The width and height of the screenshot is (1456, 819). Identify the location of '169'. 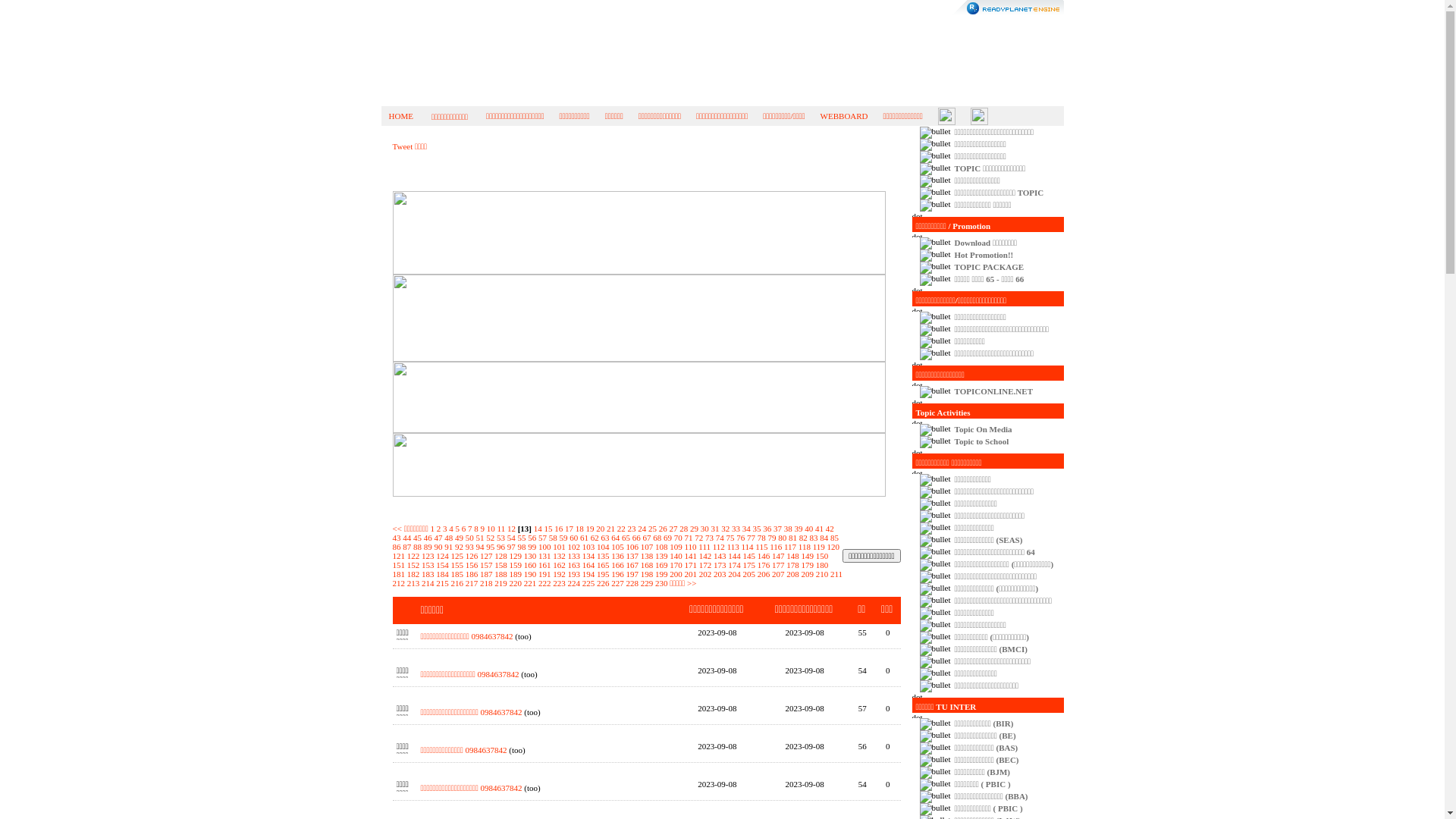
(661, 564).